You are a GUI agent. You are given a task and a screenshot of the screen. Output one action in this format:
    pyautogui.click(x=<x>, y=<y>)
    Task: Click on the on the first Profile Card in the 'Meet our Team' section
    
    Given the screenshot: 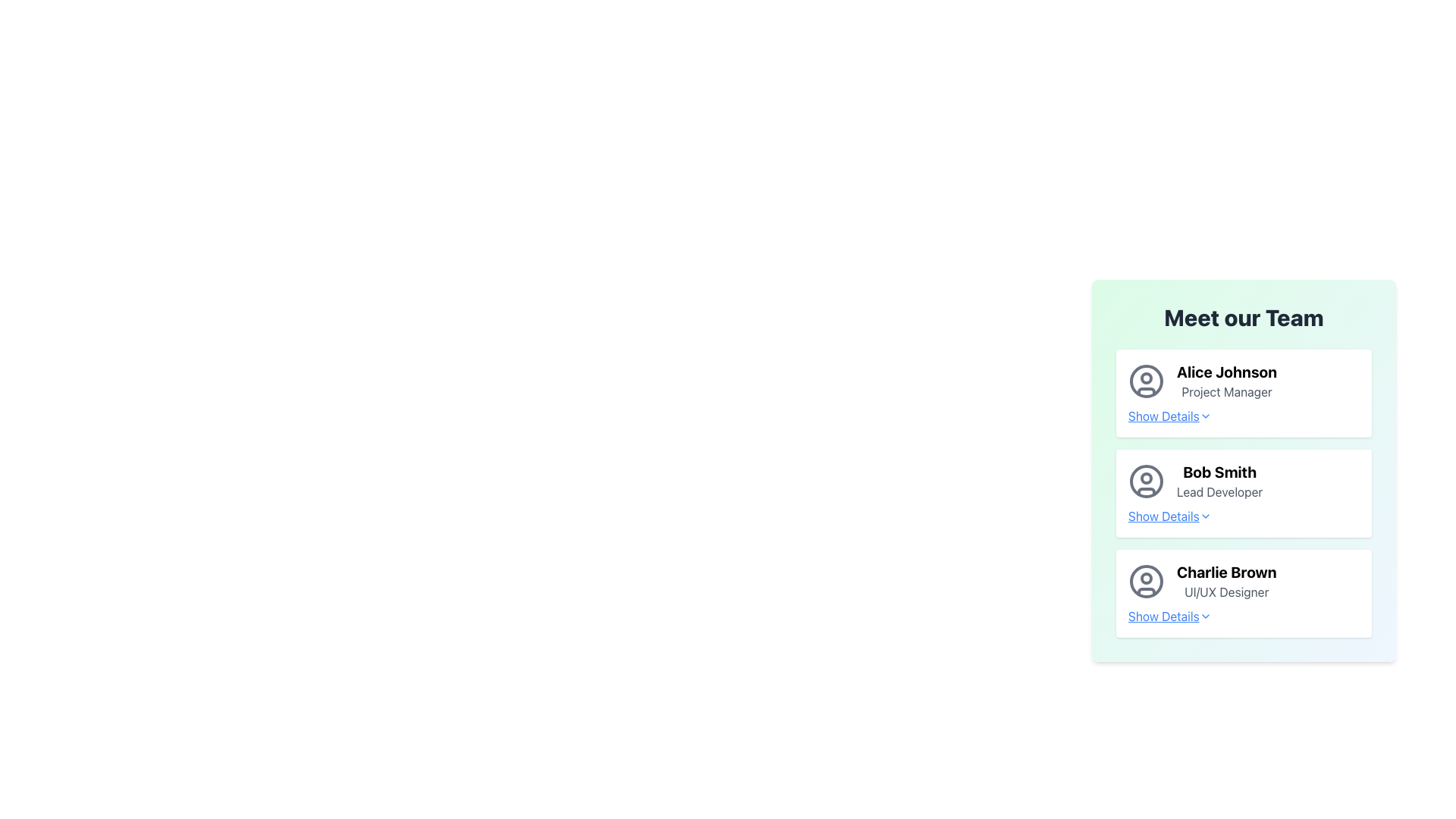 What is the action you would take?
    pyautogui.click(x=1244, y=380)
    